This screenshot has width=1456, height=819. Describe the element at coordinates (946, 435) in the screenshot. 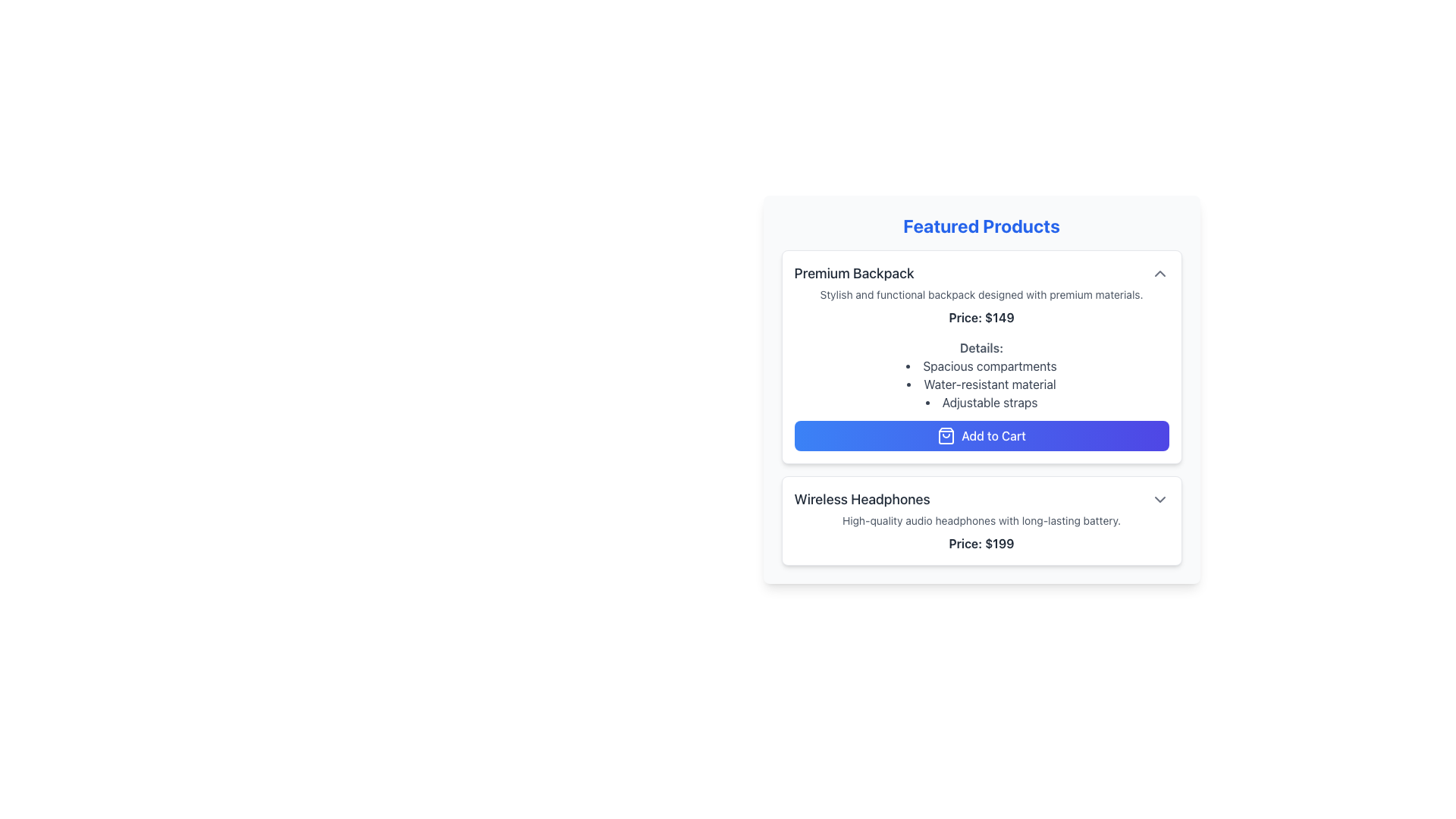

I see `the shopping basket icon, which is a square-shaped small icon filled with white on a blue background, located within the 'Add to Cart' button` at that location.